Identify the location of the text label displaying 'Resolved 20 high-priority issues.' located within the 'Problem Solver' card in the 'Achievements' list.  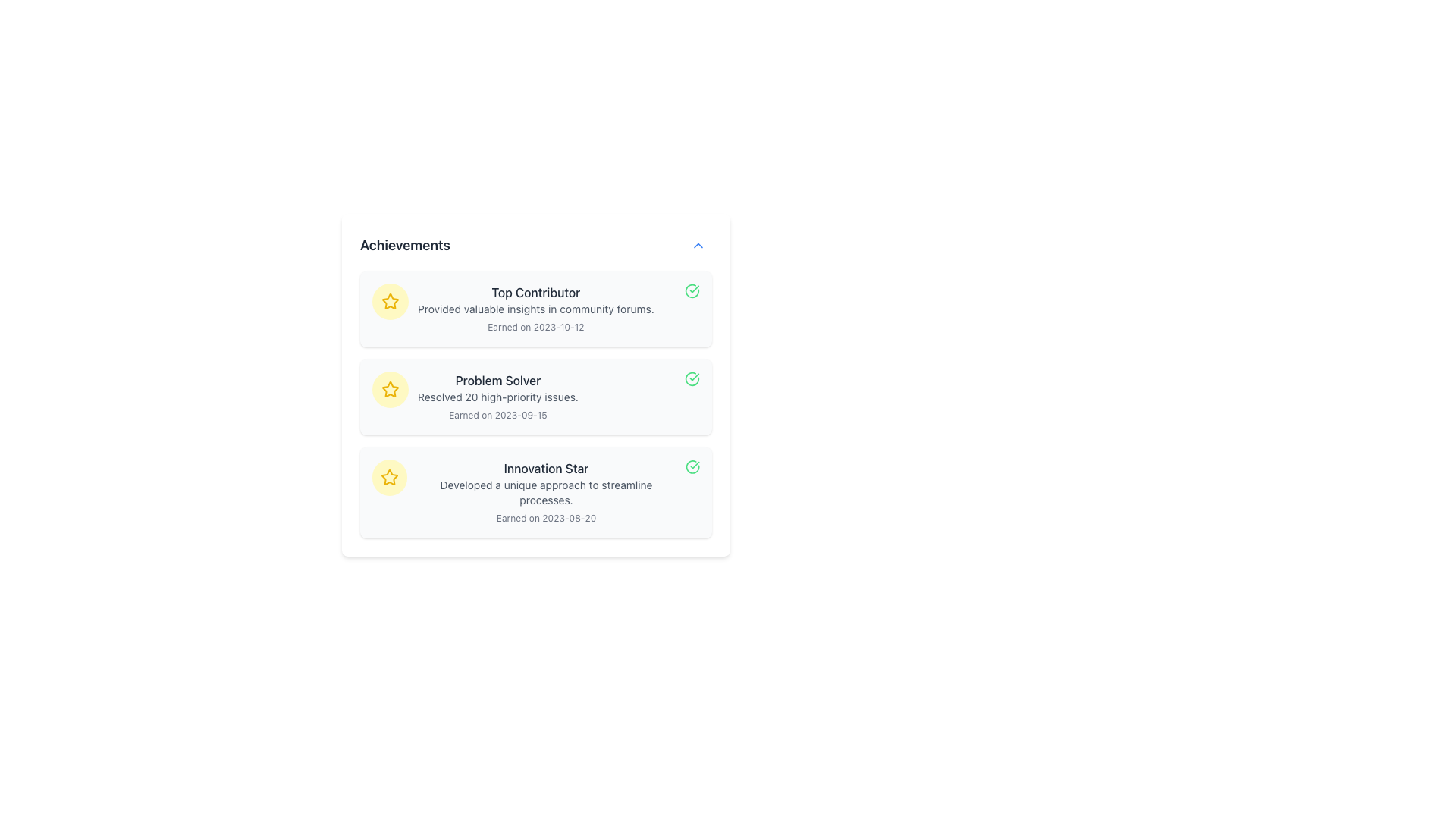
(498, 397).